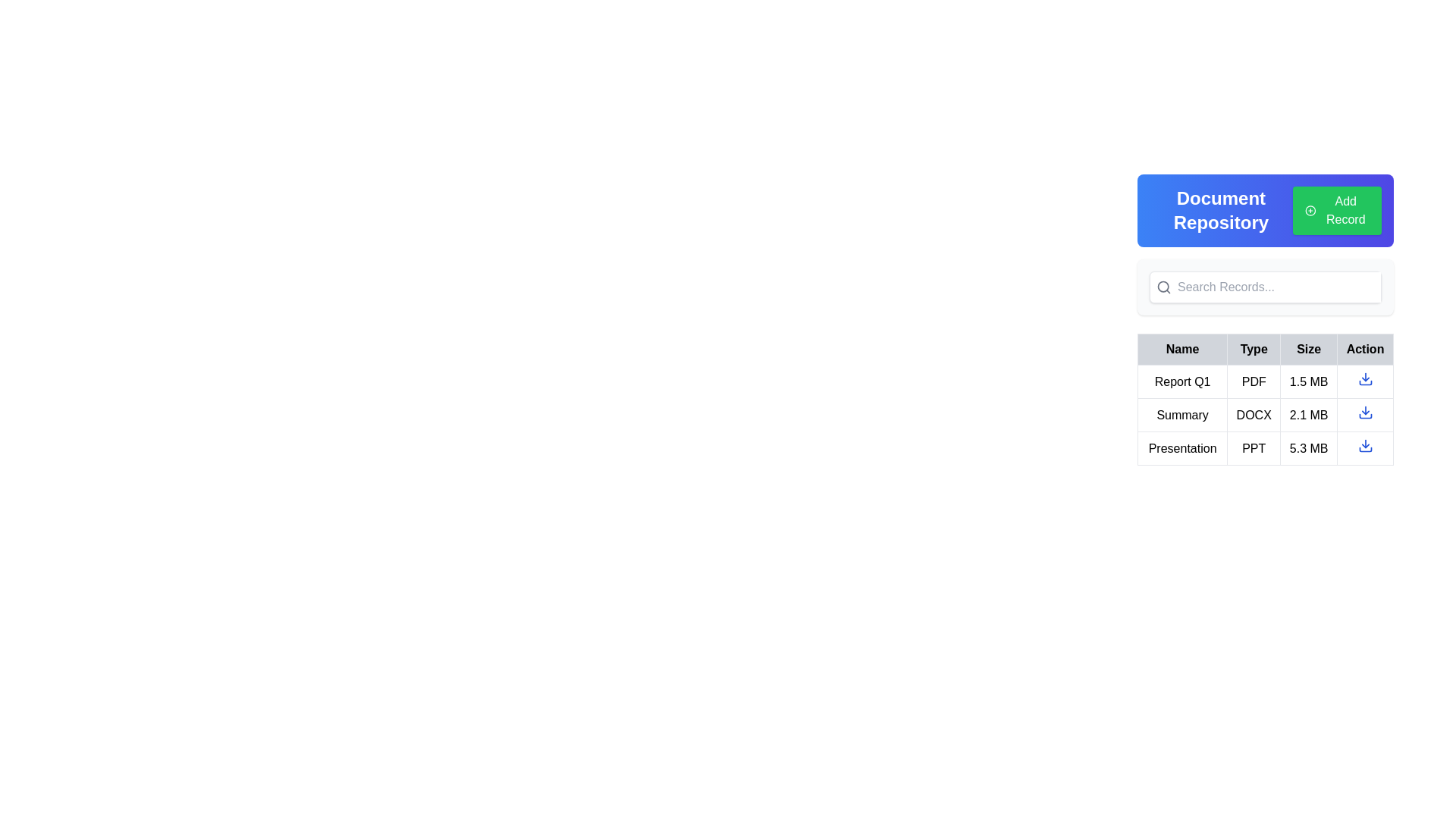 The height and width of the screenshot is (819, 1456). Describe the element at coordinates (1254, 381) in the screenshot. I see `the static text label indicating the file format associated with the document in the 'Type' column of the first row in the table` at that location.